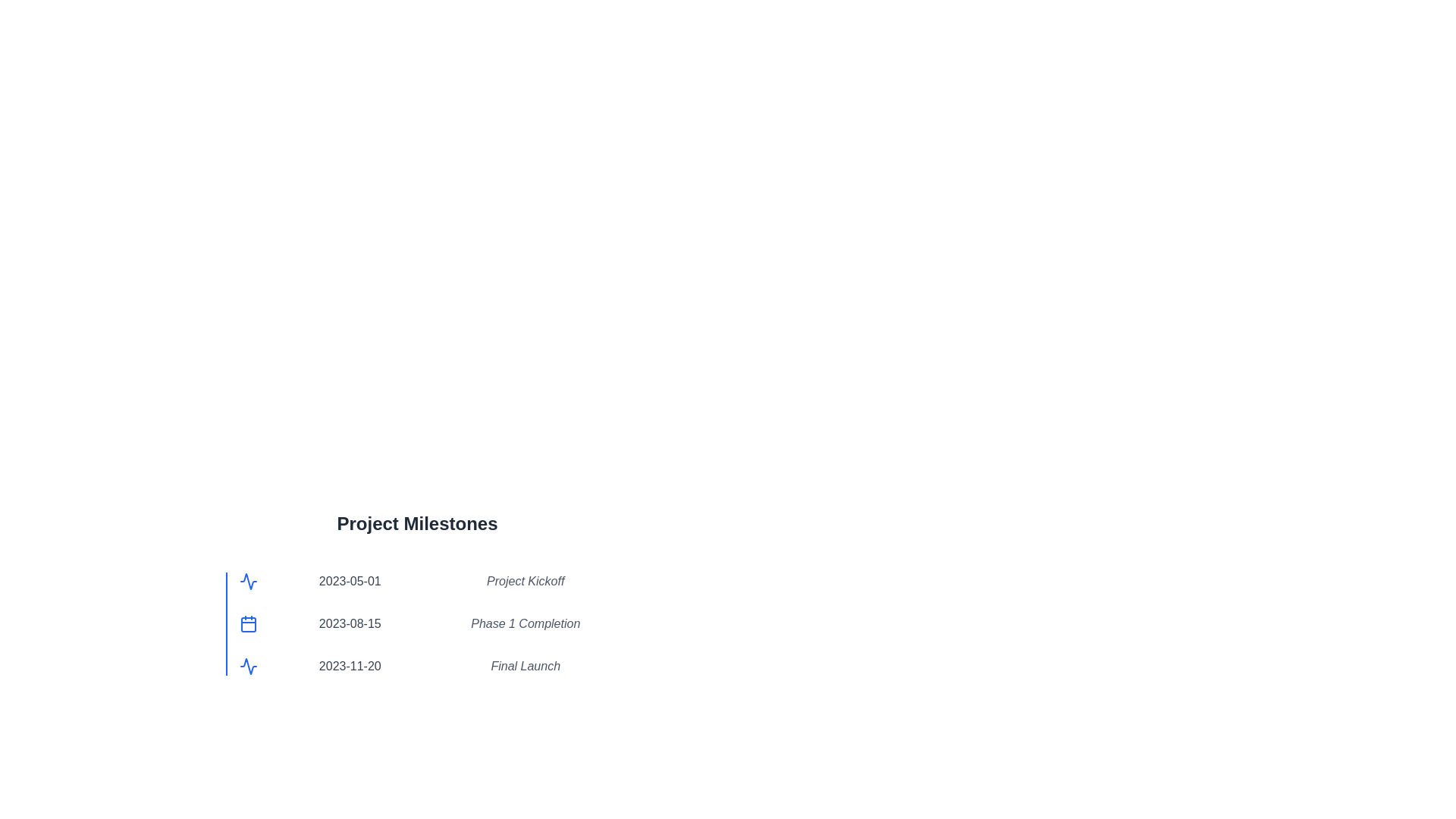  Describe the element at coordinates (349, 623) in the screenshot. I see `the text label displaying '2023-08-15', which is located in the second row of the milestones list, between a blue calendar icon and the 'Phase 1 Completion' label` at that location.